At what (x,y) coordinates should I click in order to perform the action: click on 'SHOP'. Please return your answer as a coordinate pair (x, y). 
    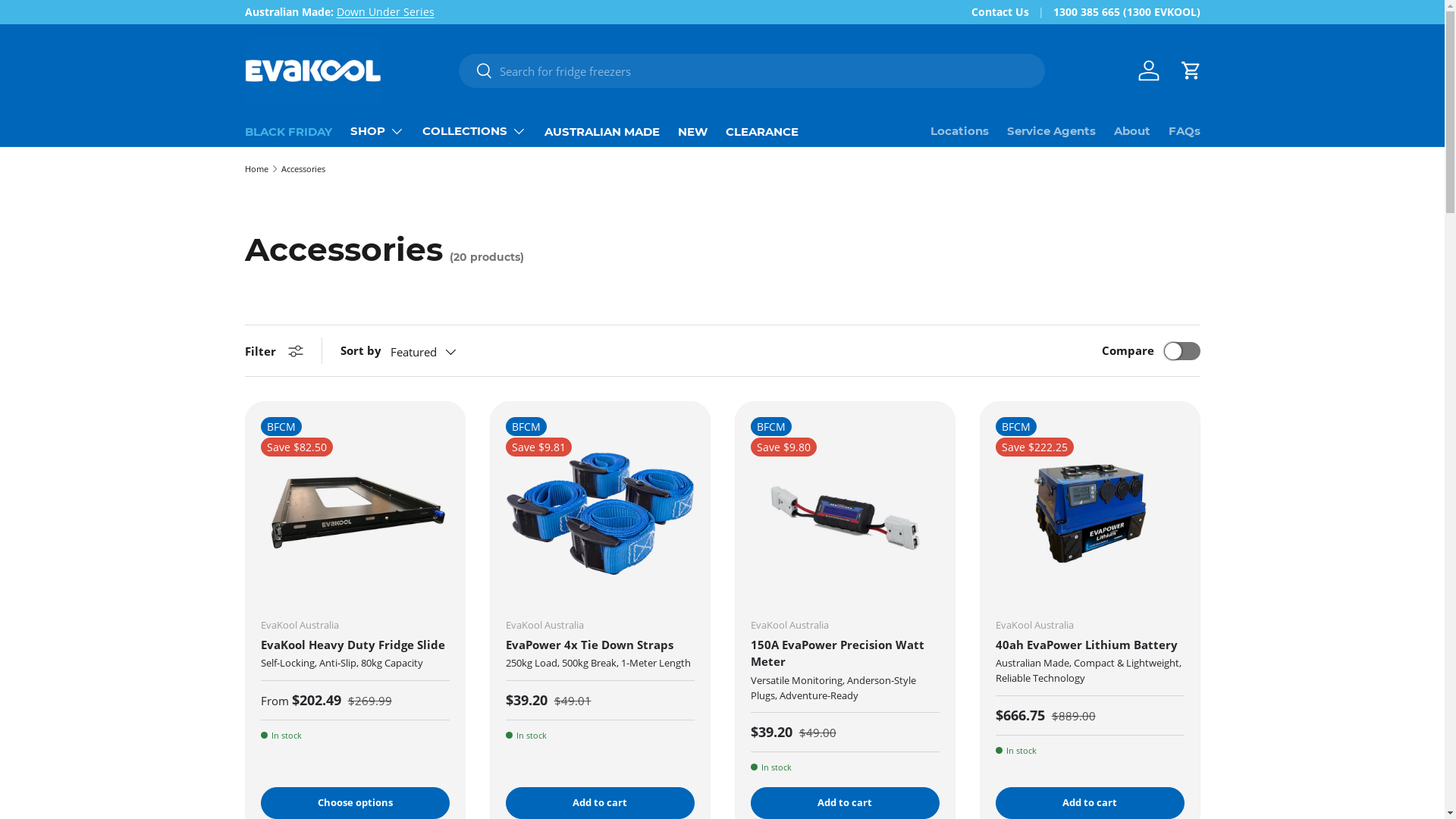
    Looking at the image, I should click on (349, 130).